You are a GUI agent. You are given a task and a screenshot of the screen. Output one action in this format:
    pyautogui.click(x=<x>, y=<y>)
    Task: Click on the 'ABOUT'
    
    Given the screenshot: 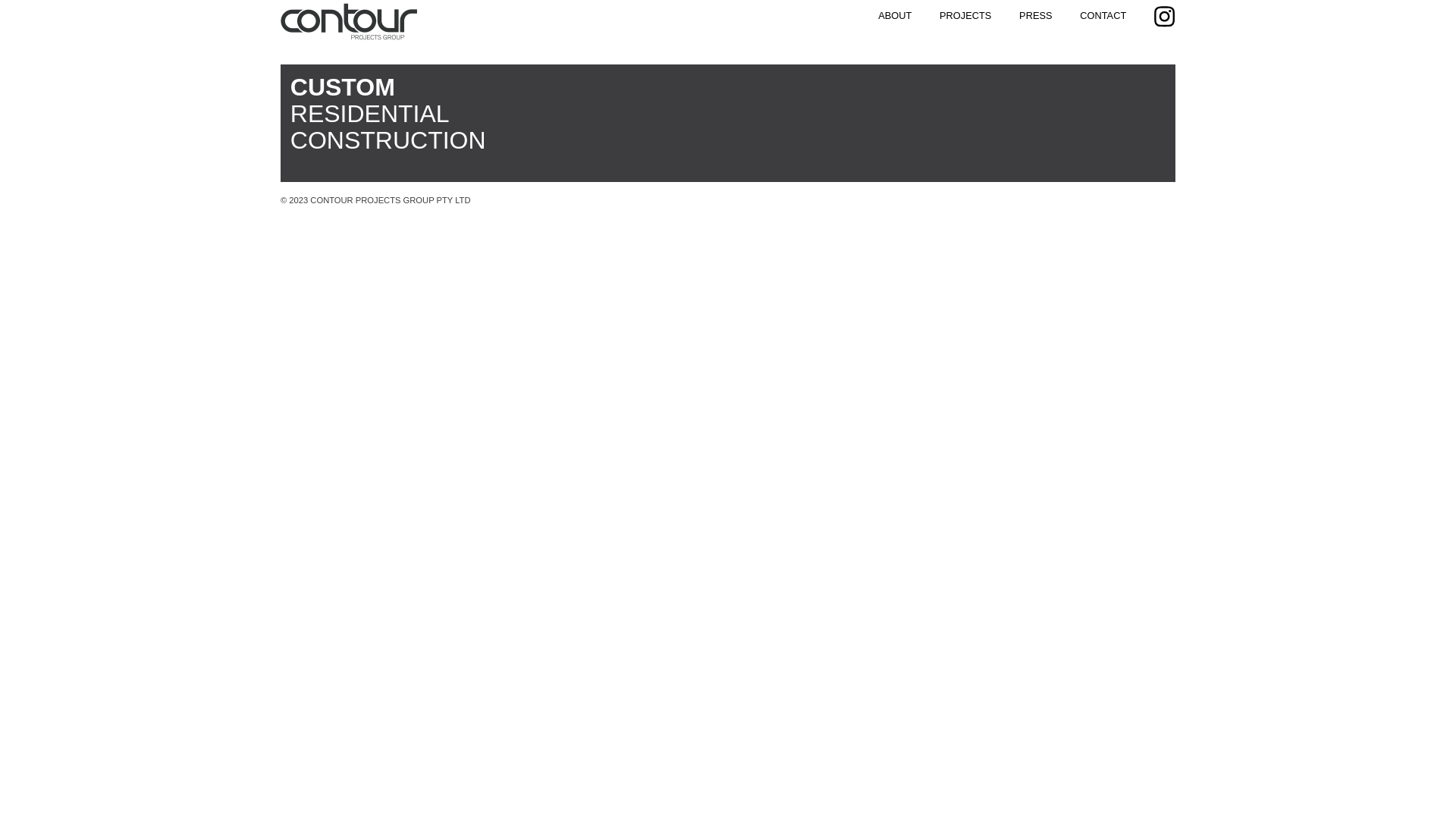 What is the action you would take?
    pyautogui.click(x=877, y=15)
    